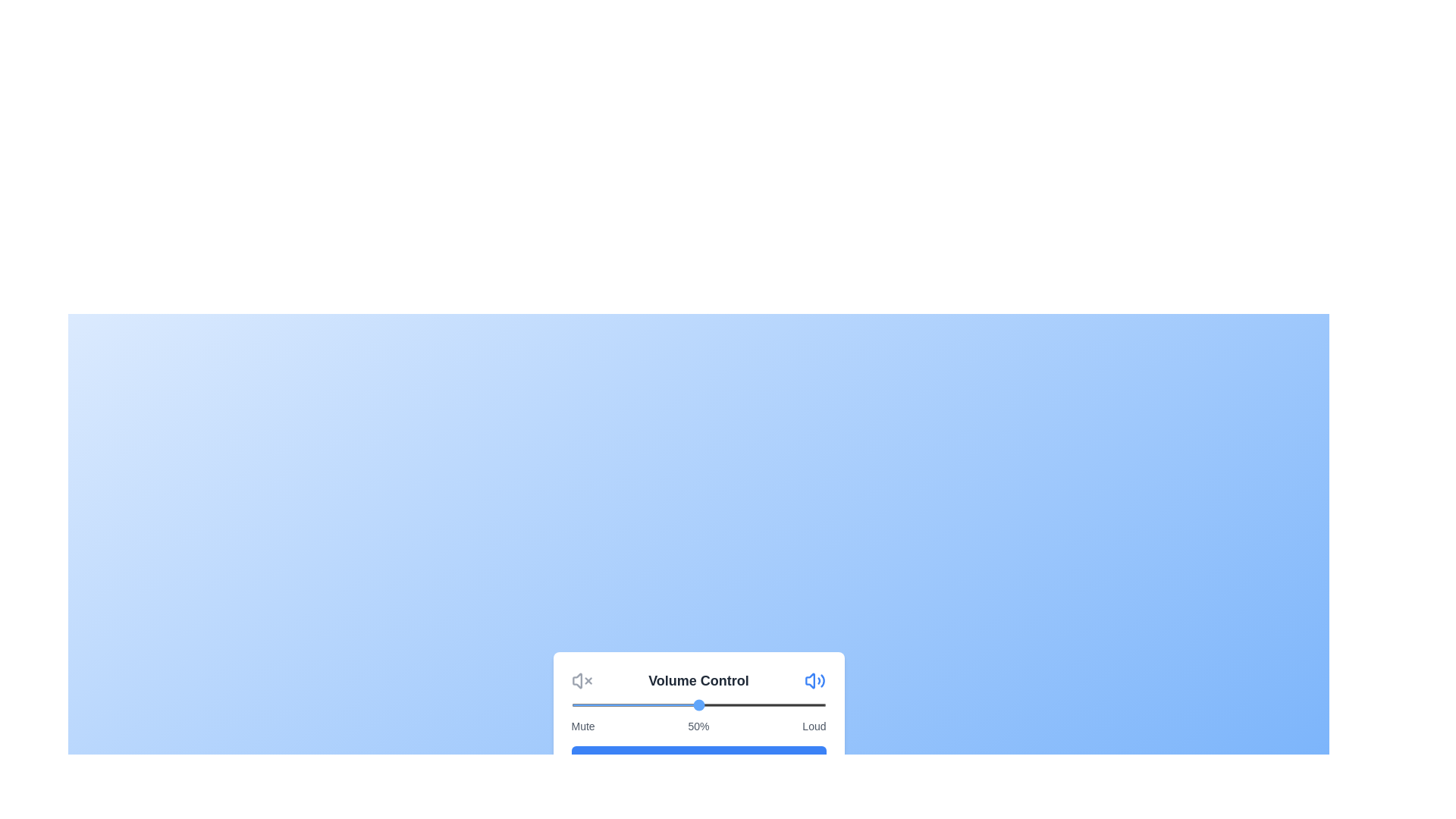 This screenshot has width=1456, height=819. I want to click on 'Confirm Volume' button to confirm the selected volume level, so click(698, 761).